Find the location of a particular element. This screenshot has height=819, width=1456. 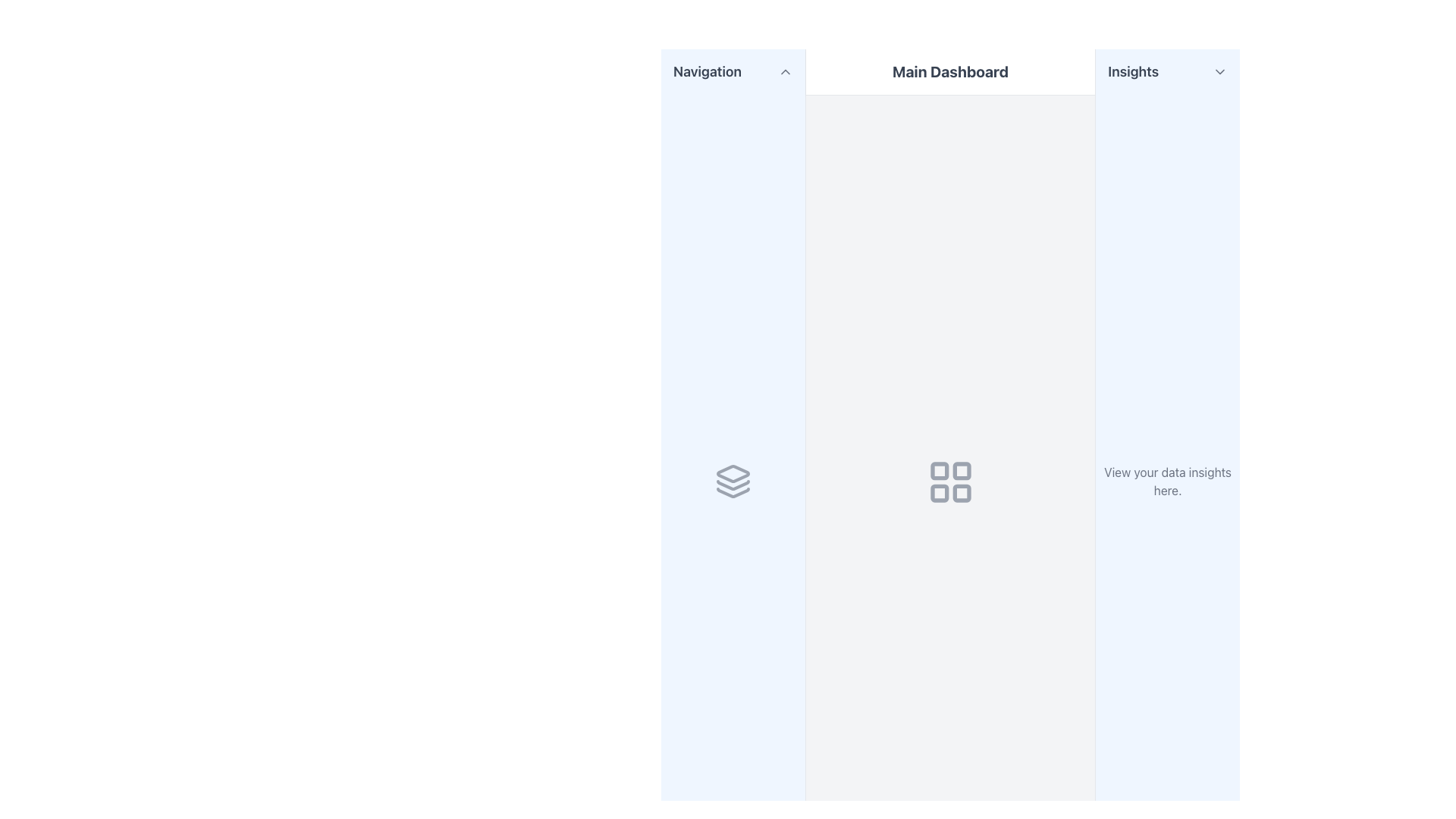

text content of the header element displaying 'Main Dashboard', located at the top center of the interface is located at coordinates (949, 72).